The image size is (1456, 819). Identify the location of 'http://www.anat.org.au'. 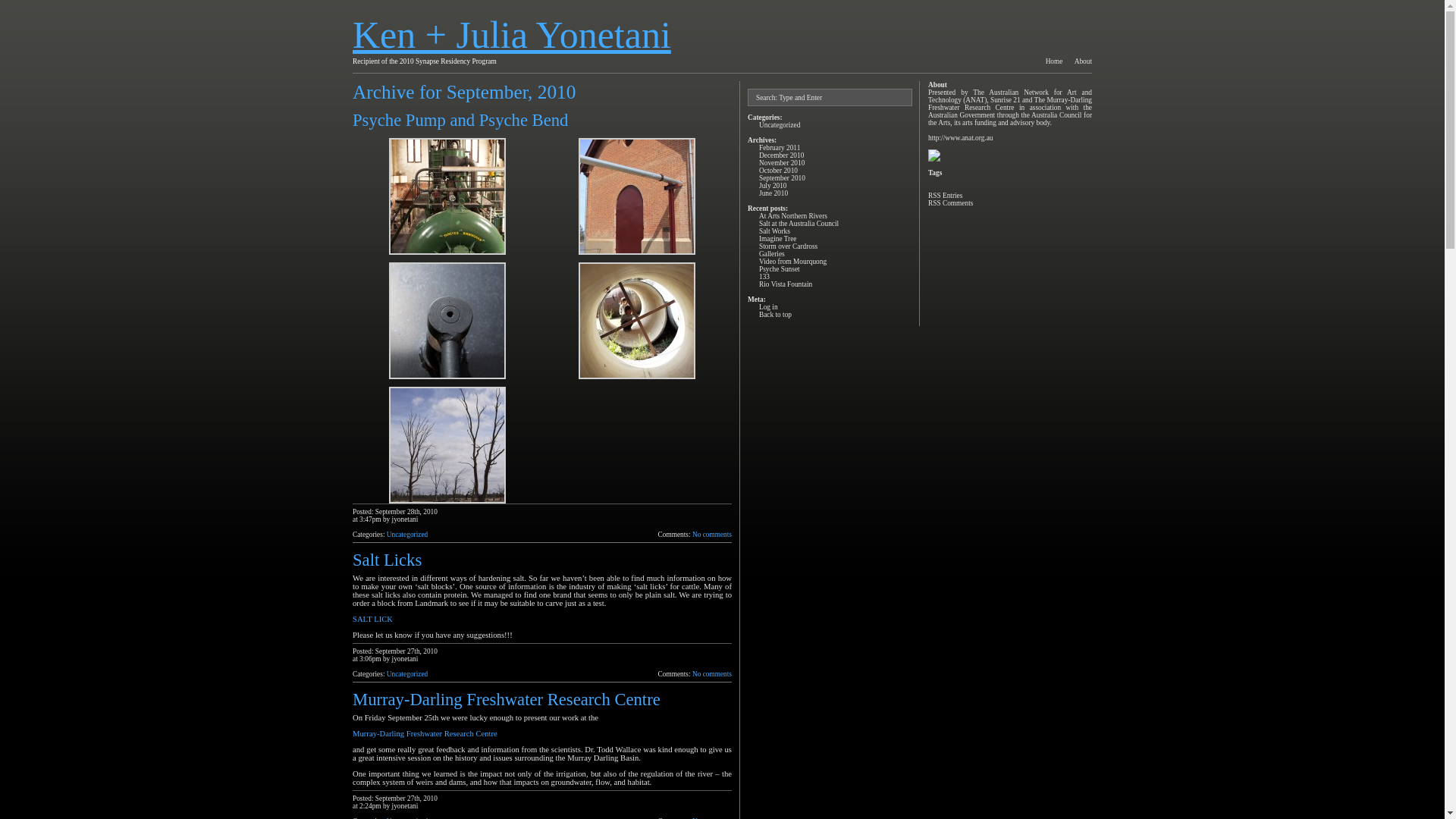
(960, 137).